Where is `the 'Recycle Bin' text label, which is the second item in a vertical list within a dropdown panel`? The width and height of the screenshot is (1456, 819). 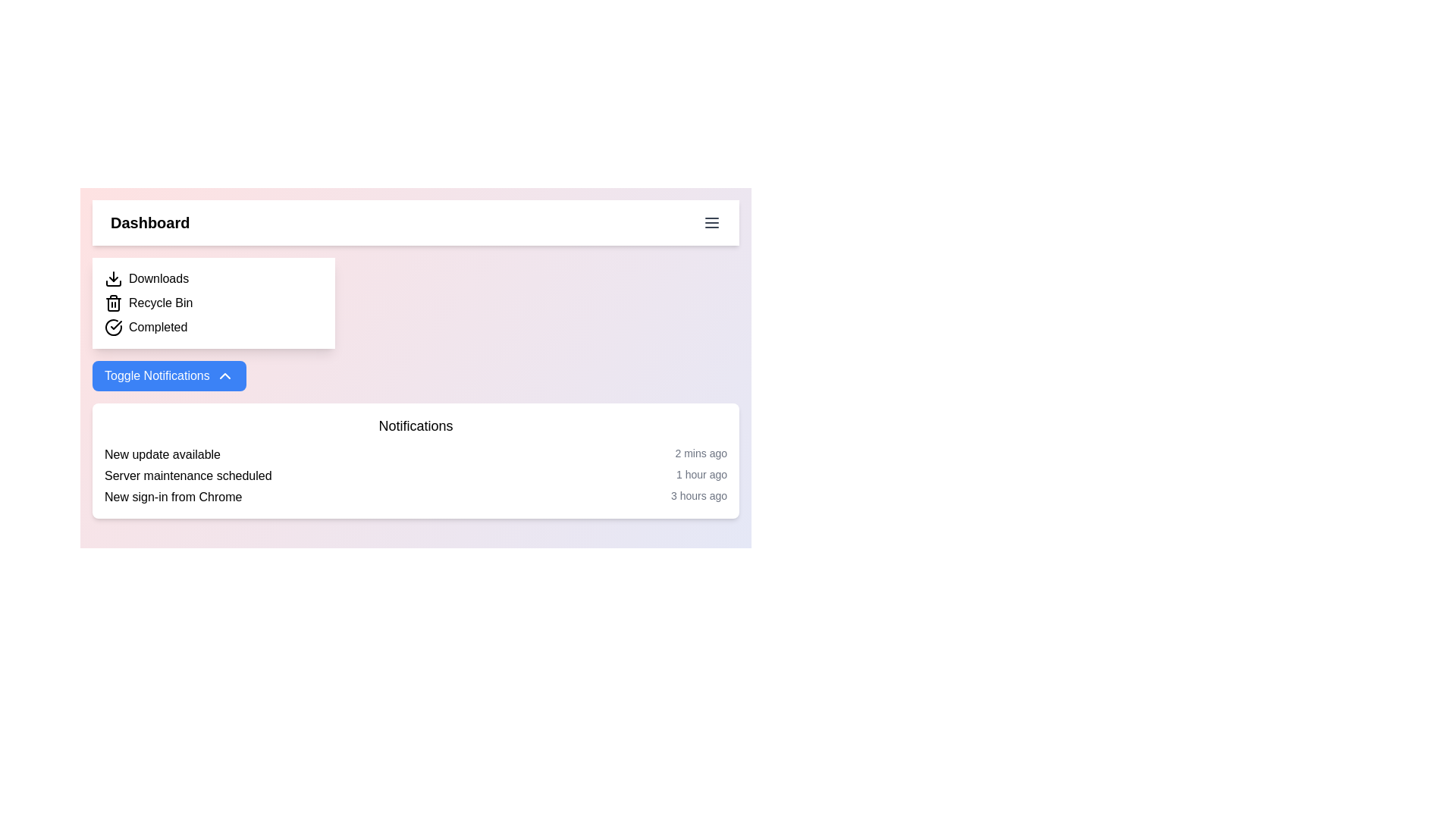 the 'Recycle Bin' text label, which is the second item in a vertical list within a dropdown panel is located at coordinates (161, 303).